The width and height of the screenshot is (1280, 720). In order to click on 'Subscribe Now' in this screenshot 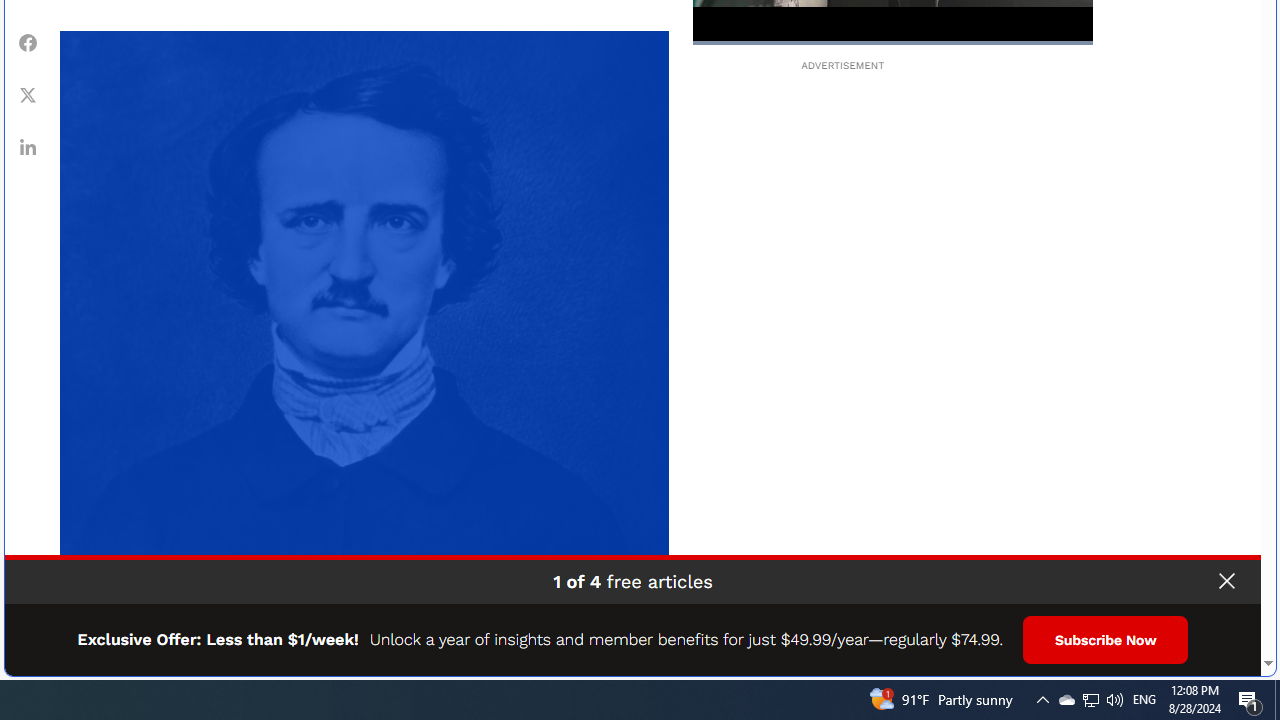, I will do `click(1104, 640)`.